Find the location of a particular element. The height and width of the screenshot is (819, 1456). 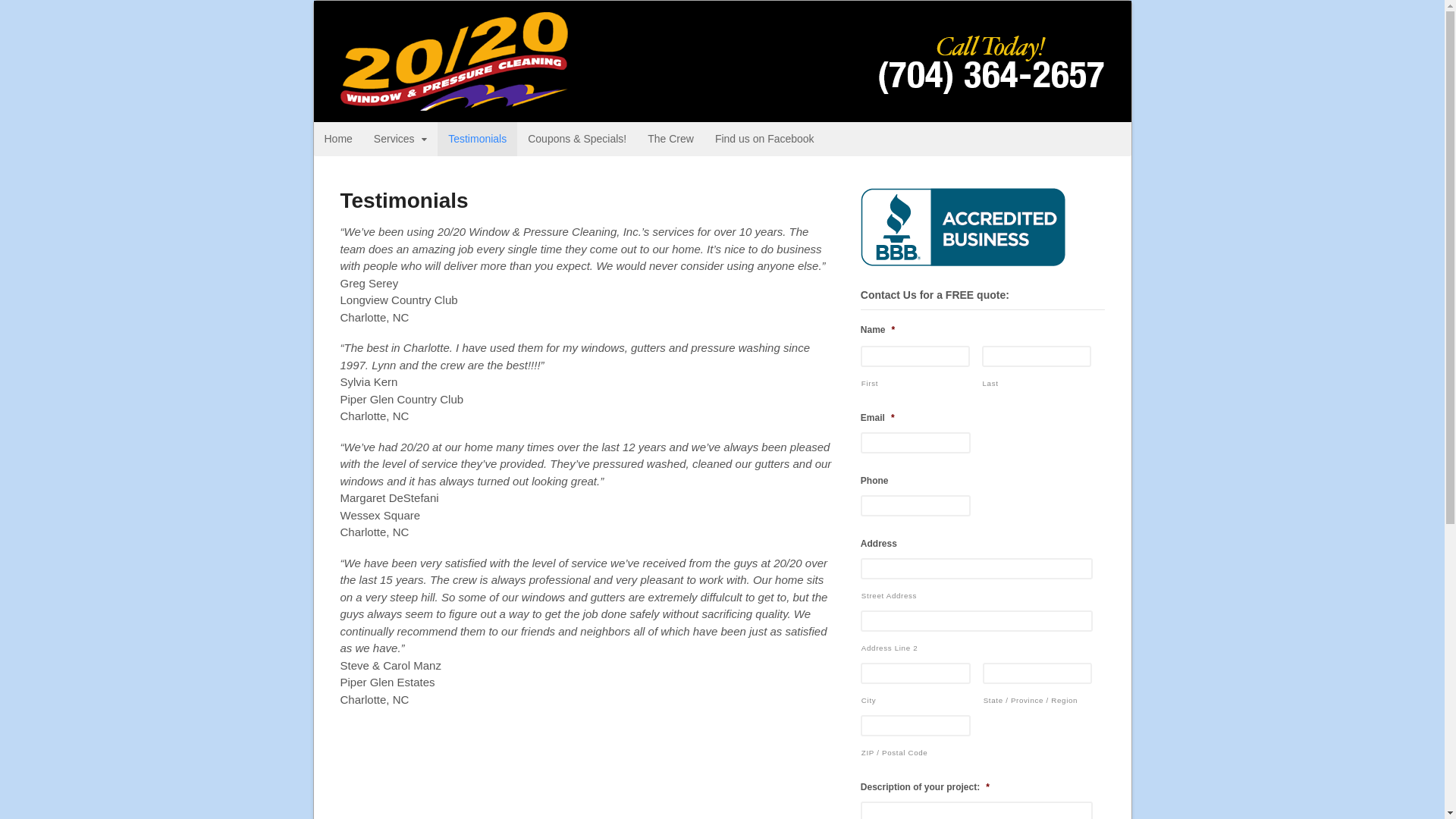

'Services' is located at coordinates (400, 139).